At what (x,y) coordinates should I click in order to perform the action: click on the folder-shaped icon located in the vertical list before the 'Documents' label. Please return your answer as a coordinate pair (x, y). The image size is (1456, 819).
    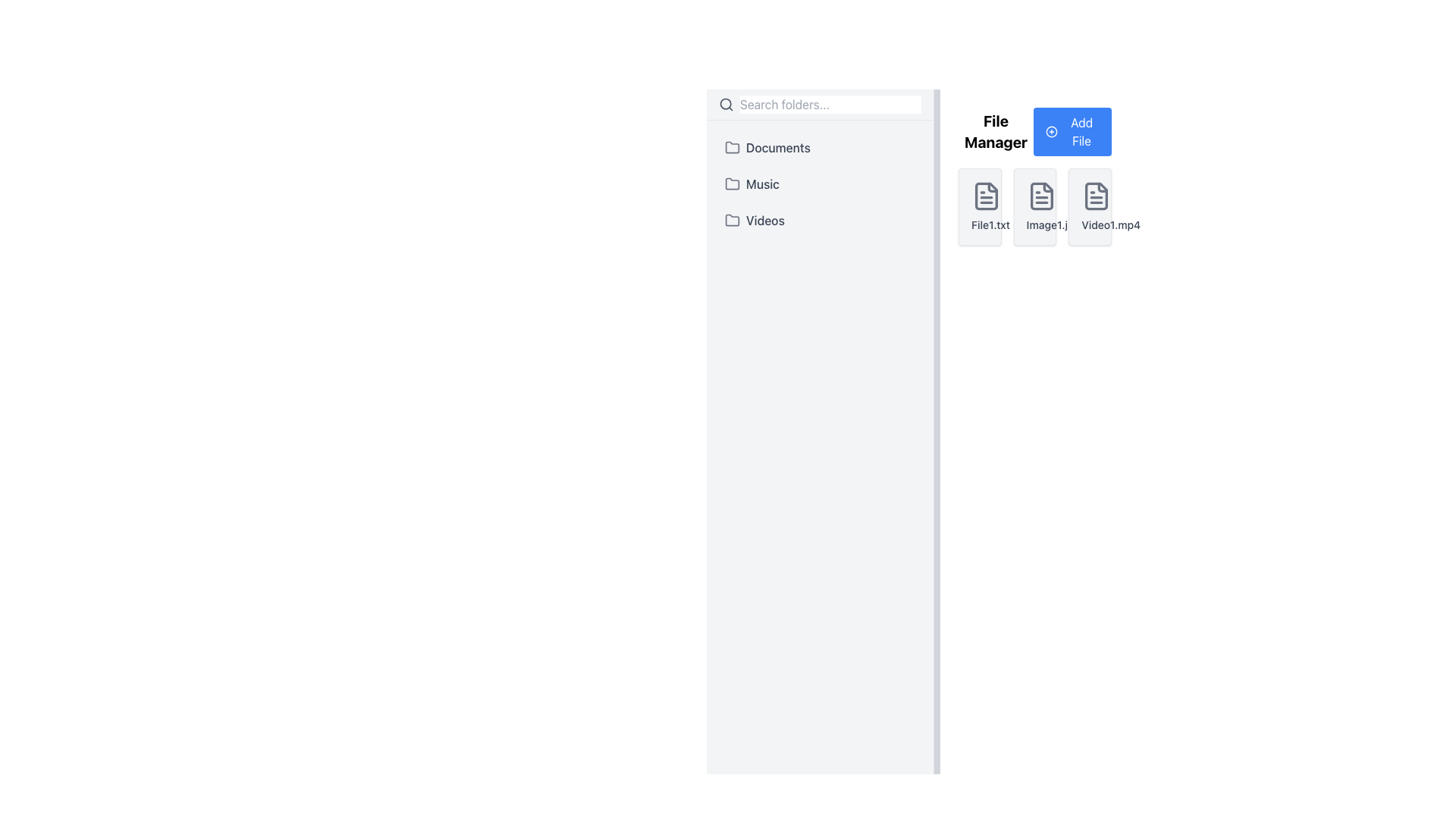
    Looking at the image, I should click on (732, 146).